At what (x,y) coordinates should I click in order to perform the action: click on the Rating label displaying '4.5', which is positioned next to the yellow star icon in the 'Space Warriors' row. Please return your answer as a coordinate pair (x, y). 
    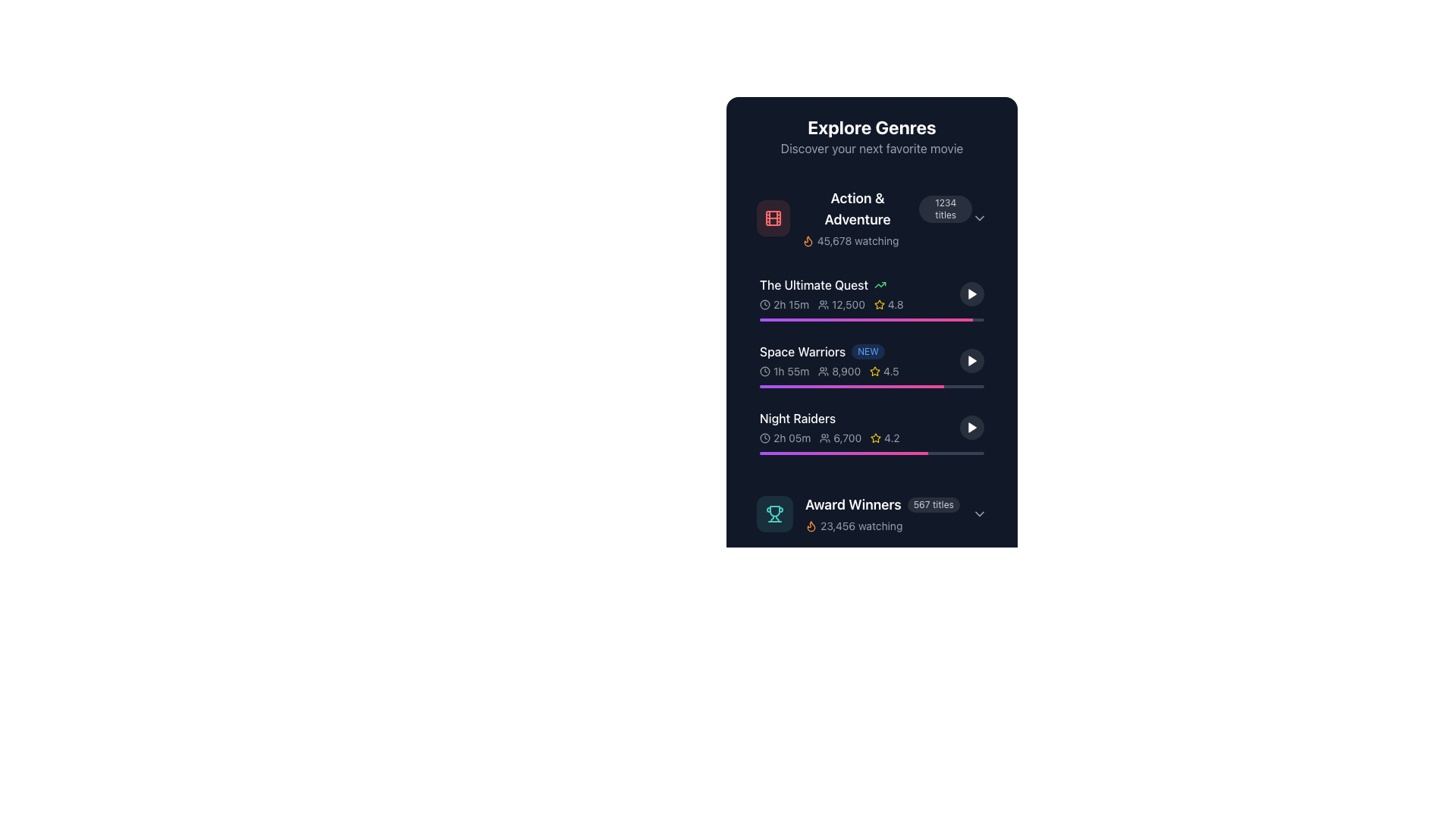
    Looking at the image, I should click on (891, 371).